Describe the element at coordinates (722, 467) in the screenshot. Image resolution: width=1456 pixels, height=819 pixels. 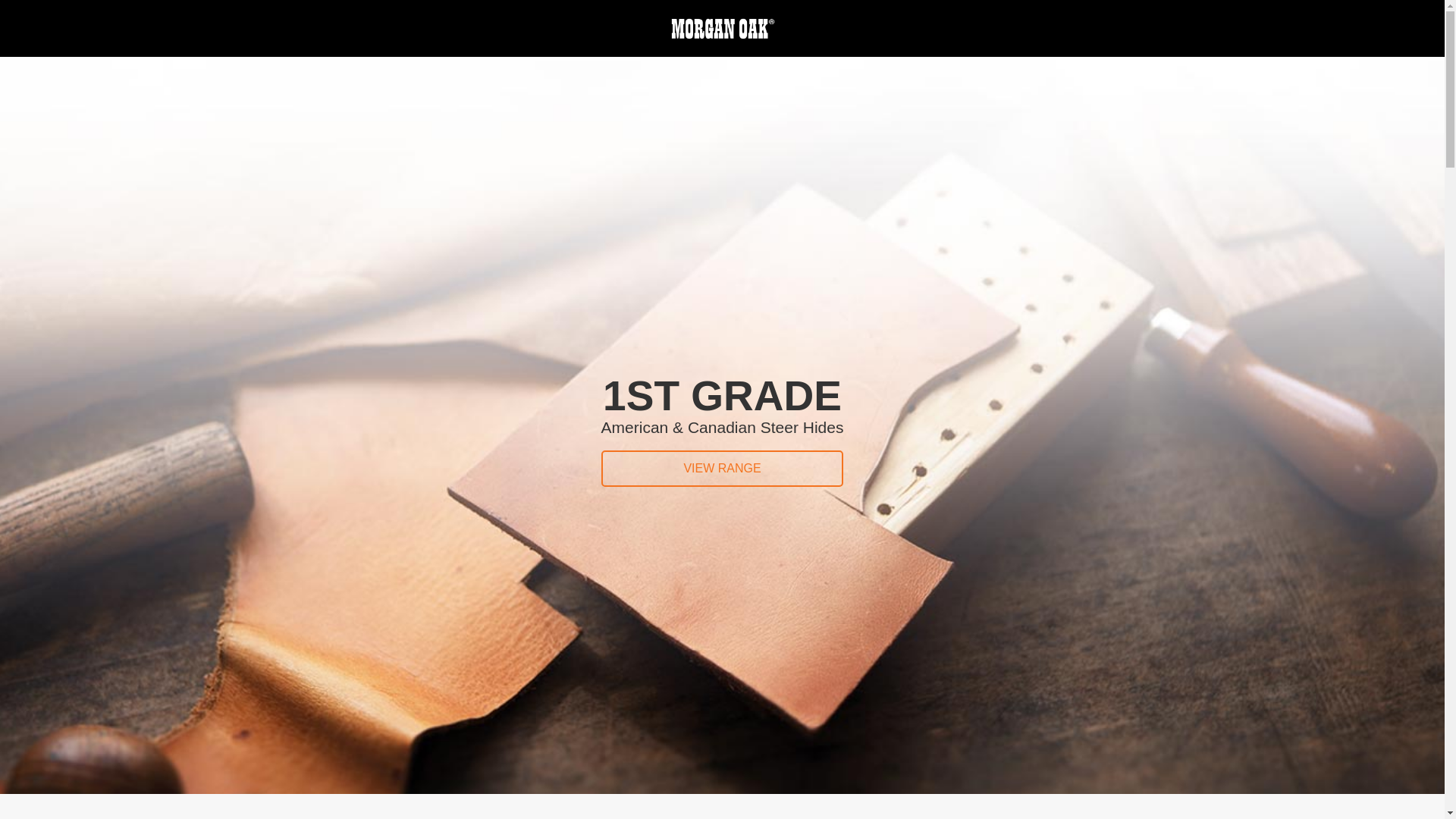
I see `'VIEW RANGE'` at that location.